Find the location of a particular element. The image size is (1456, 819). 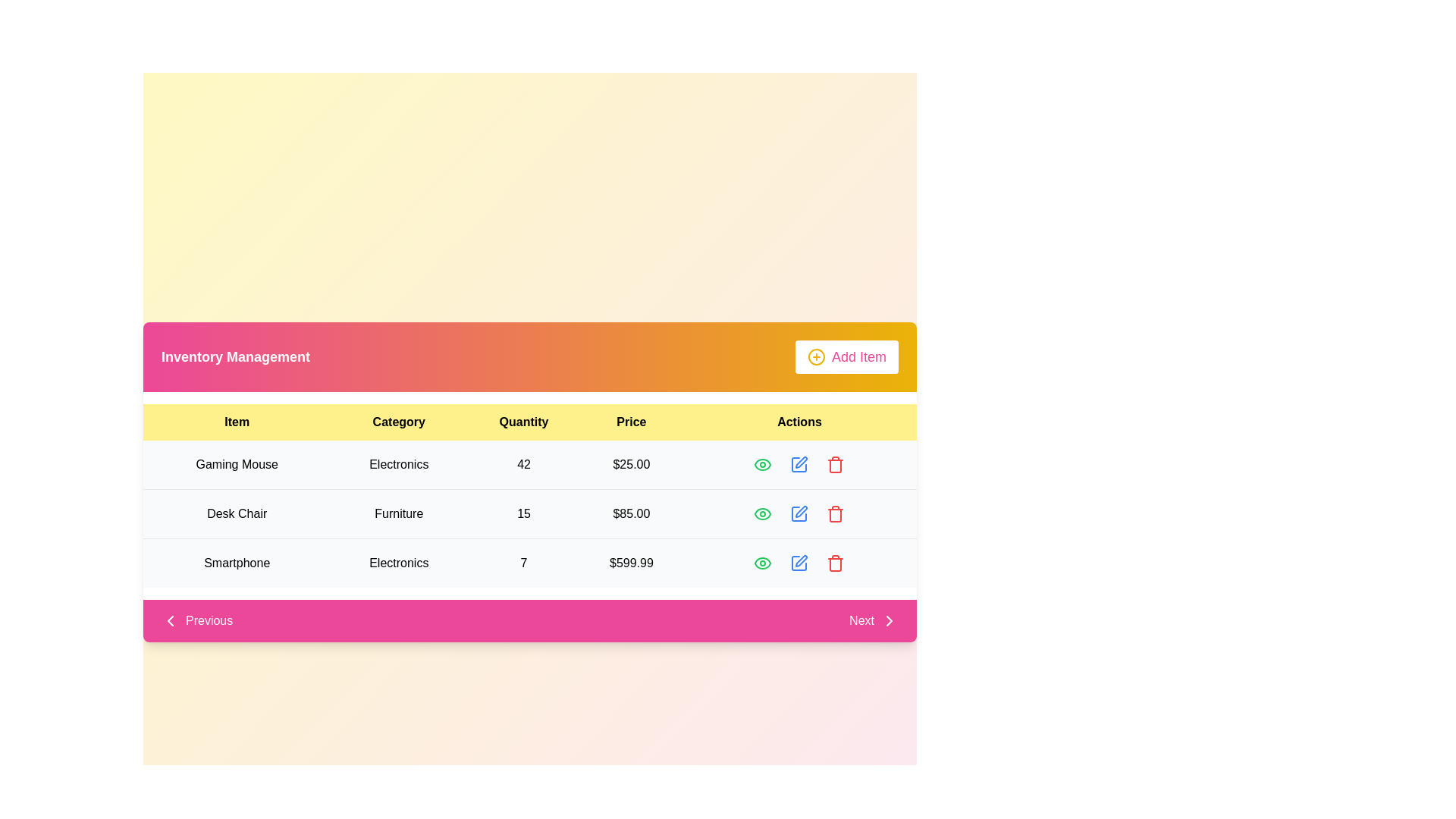

the viewing icon located in the 'Actions' column of the first row in the table is located at coordinates (763, 464).